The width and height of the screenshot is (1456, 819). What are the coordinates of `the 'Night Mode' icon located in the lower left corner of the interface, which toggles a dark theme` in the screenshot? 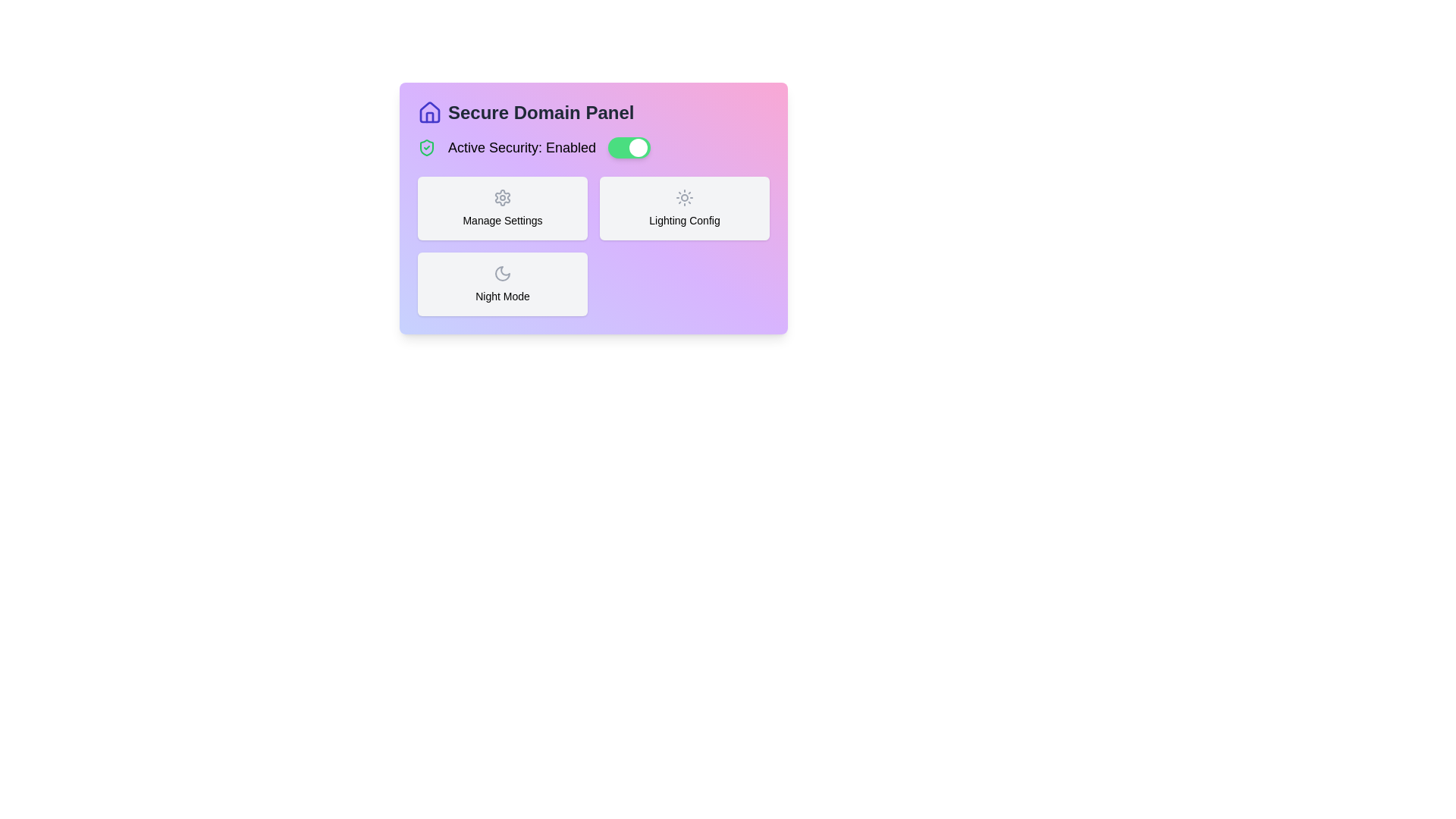 It's located at (502, 274).